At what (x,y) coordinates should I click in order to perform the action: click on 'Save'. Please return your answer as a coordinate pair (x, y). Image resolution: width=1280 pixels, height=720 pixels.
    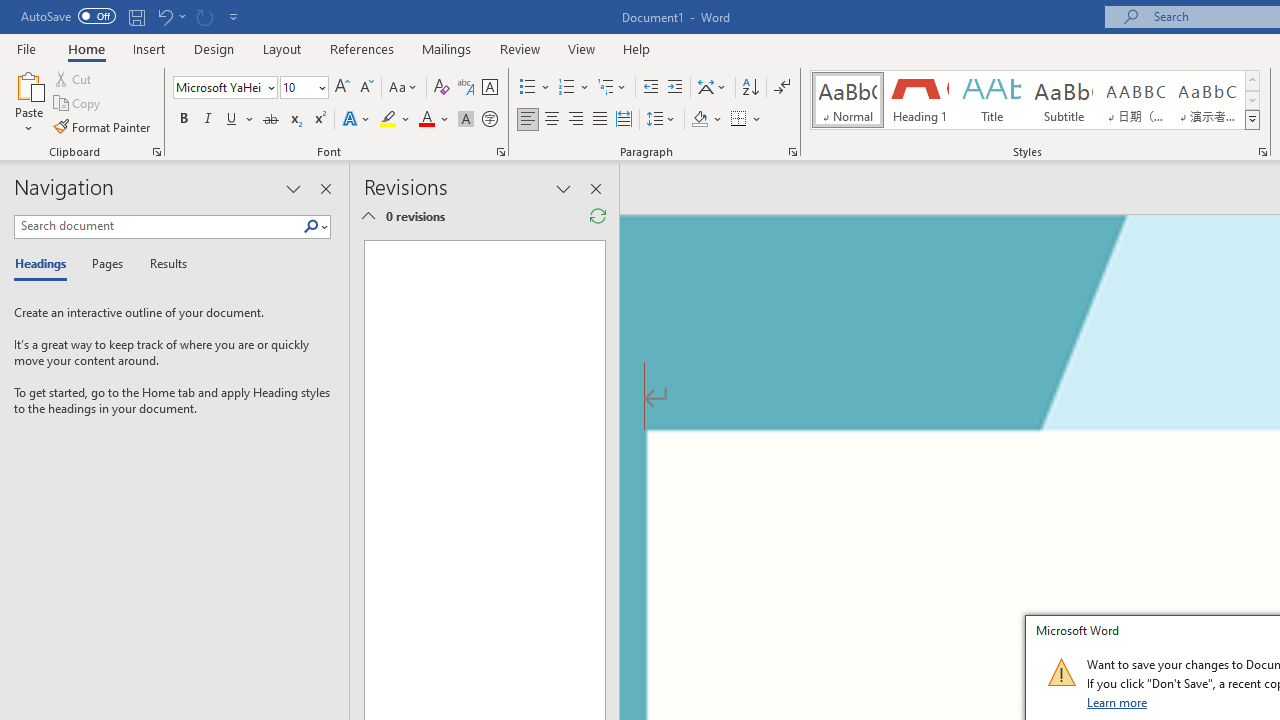
    Looking at the image, I should click on (135, 16).